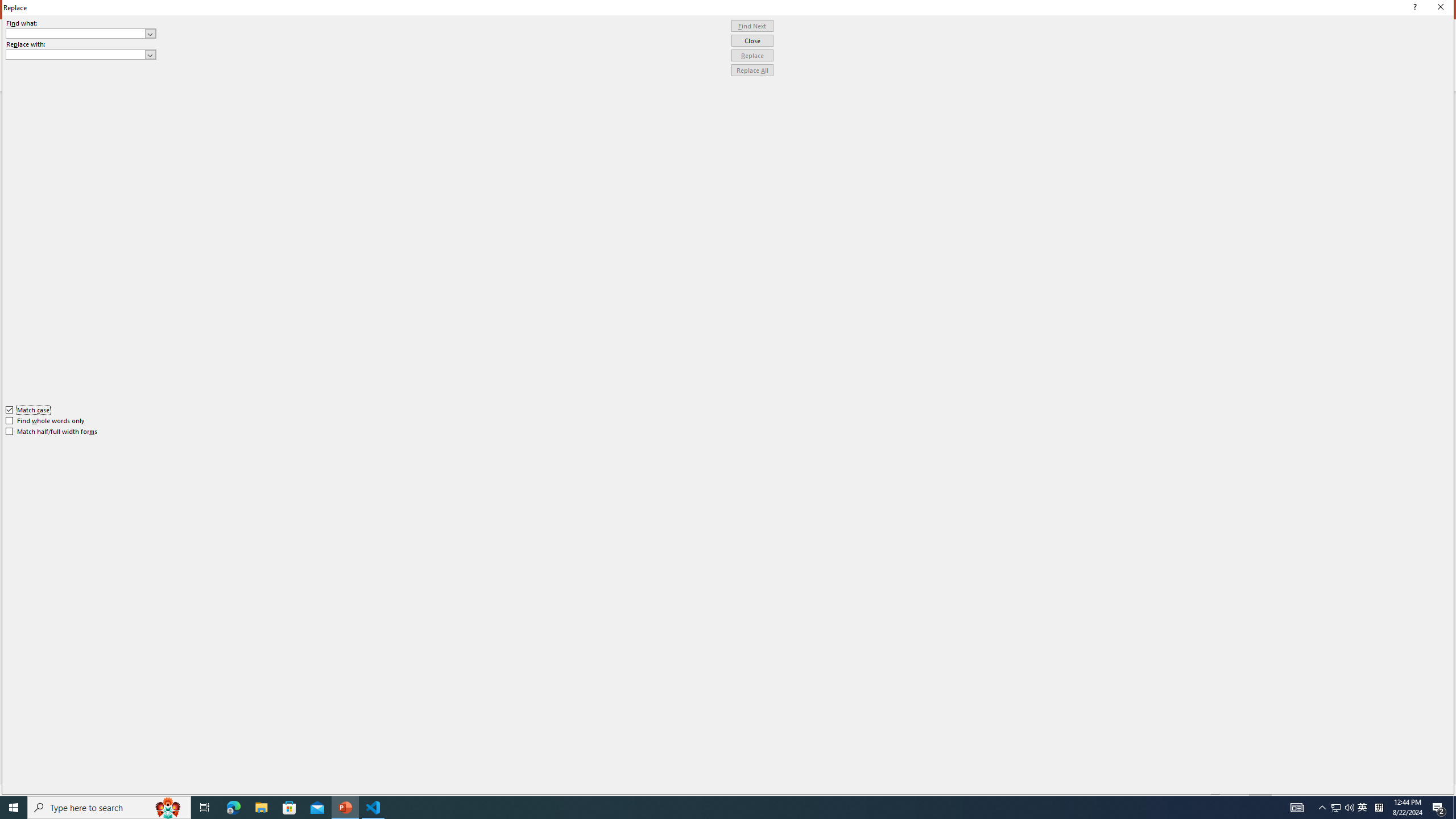 The width and height of the screenshot is (1456, 819). Describe the element at coordinates (81, 33) in the screenshot. I see `'Find what'` at that location.